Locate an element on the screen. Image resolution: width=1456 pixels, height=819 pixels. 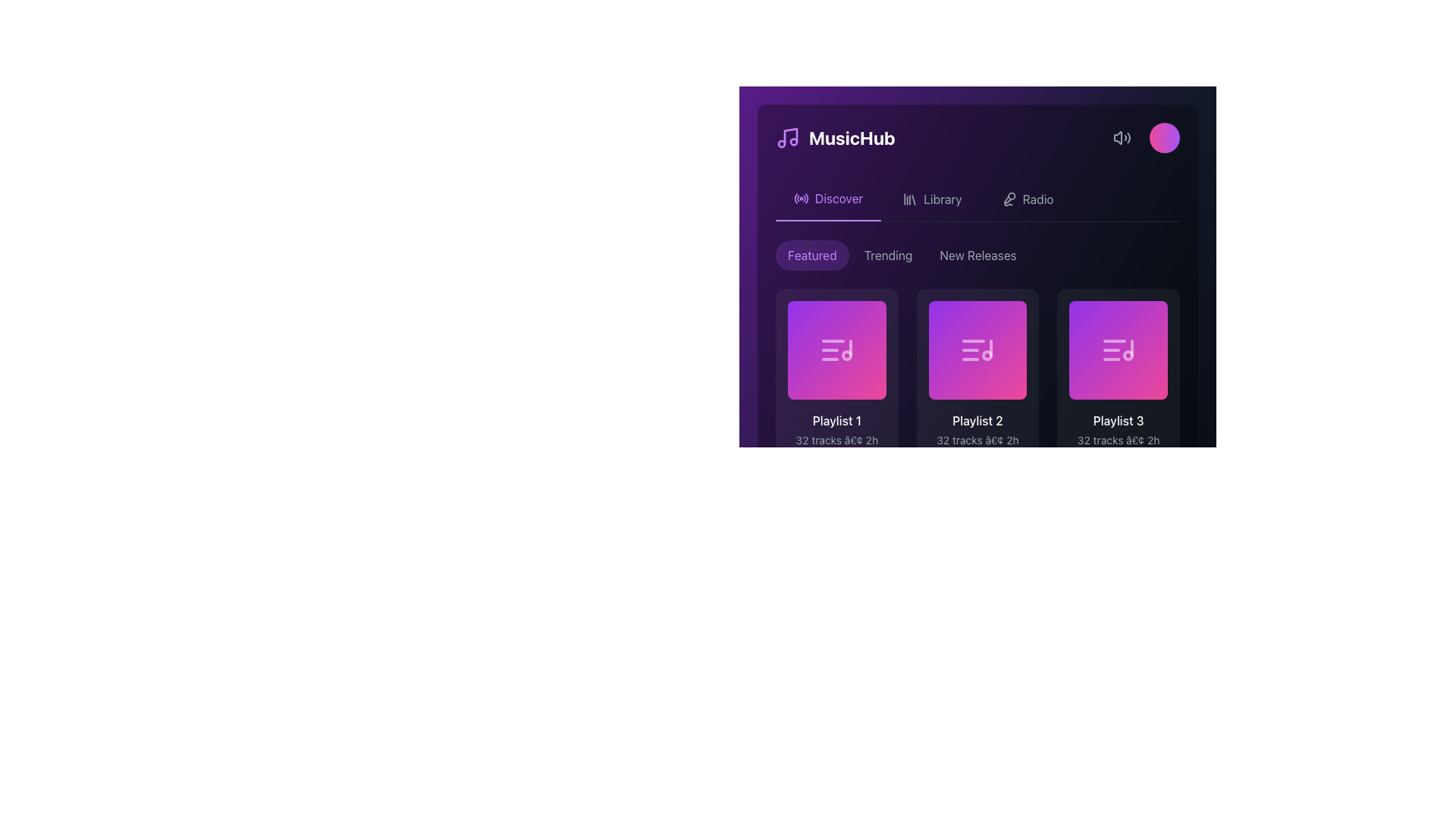
the 'Trending' button, which is a capsule-shaped text button located between 'Featured' and 'New Releases' in the horizontal button group is located at coordinates (888, 254).